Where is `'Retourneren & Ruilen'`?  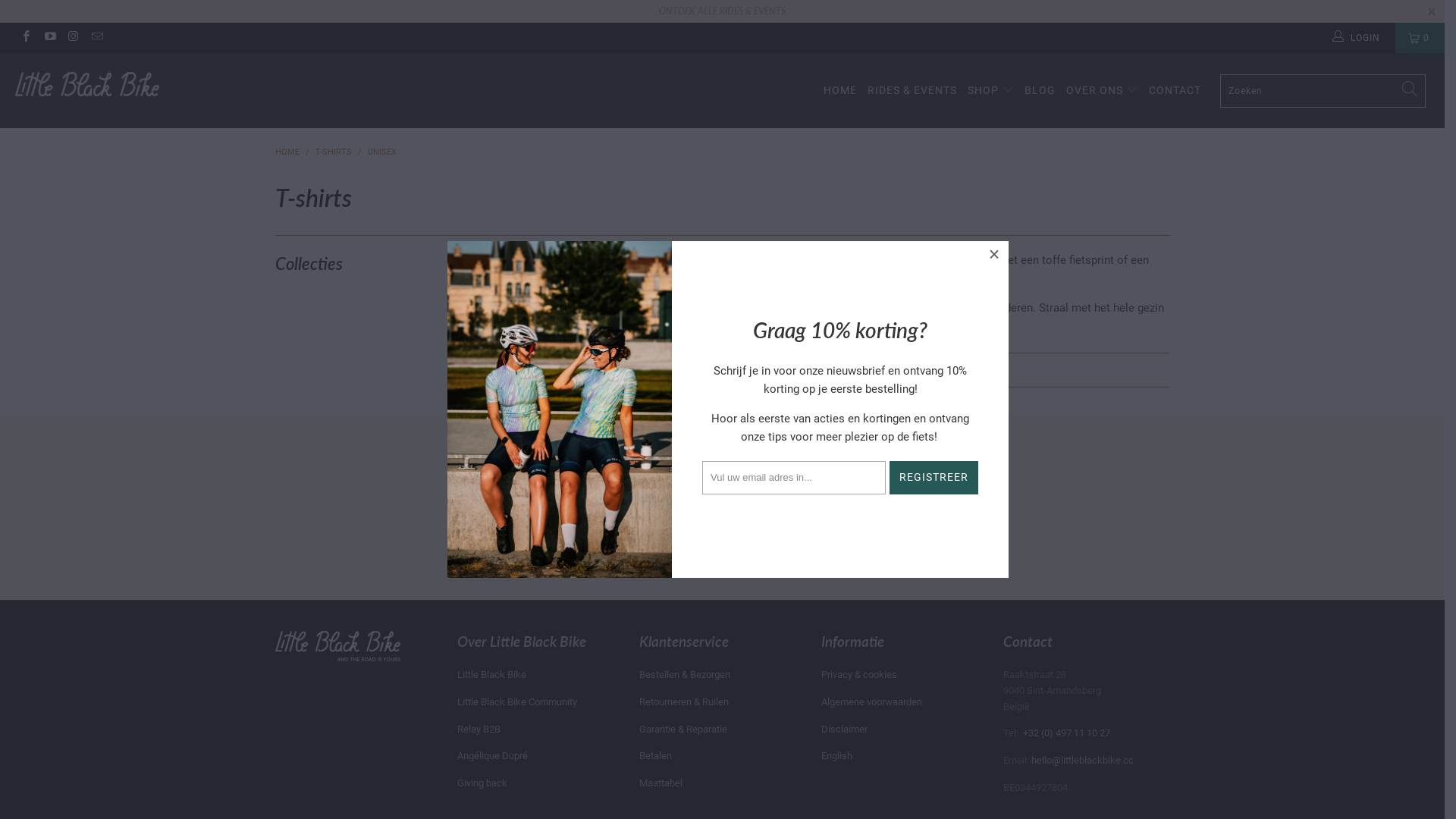
'Retourneren & Ruilen' is located at coordinates (682, 701).